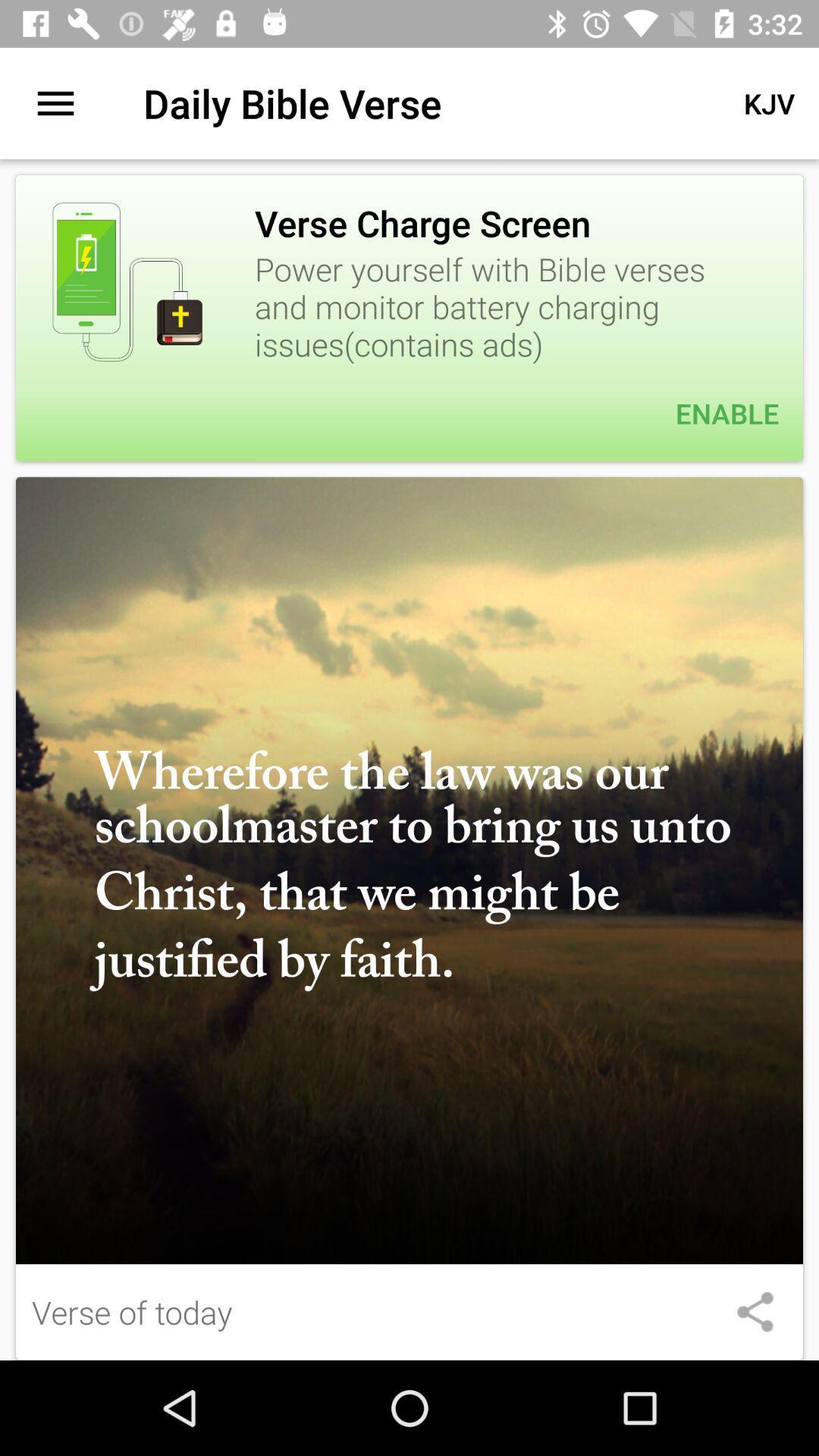 Image resolution: width=819 pixels, height=1456 pixels. Describe the element at coordinates (769, 102) in the screenshot. I see `icon above the power yourself with icon` at that location.